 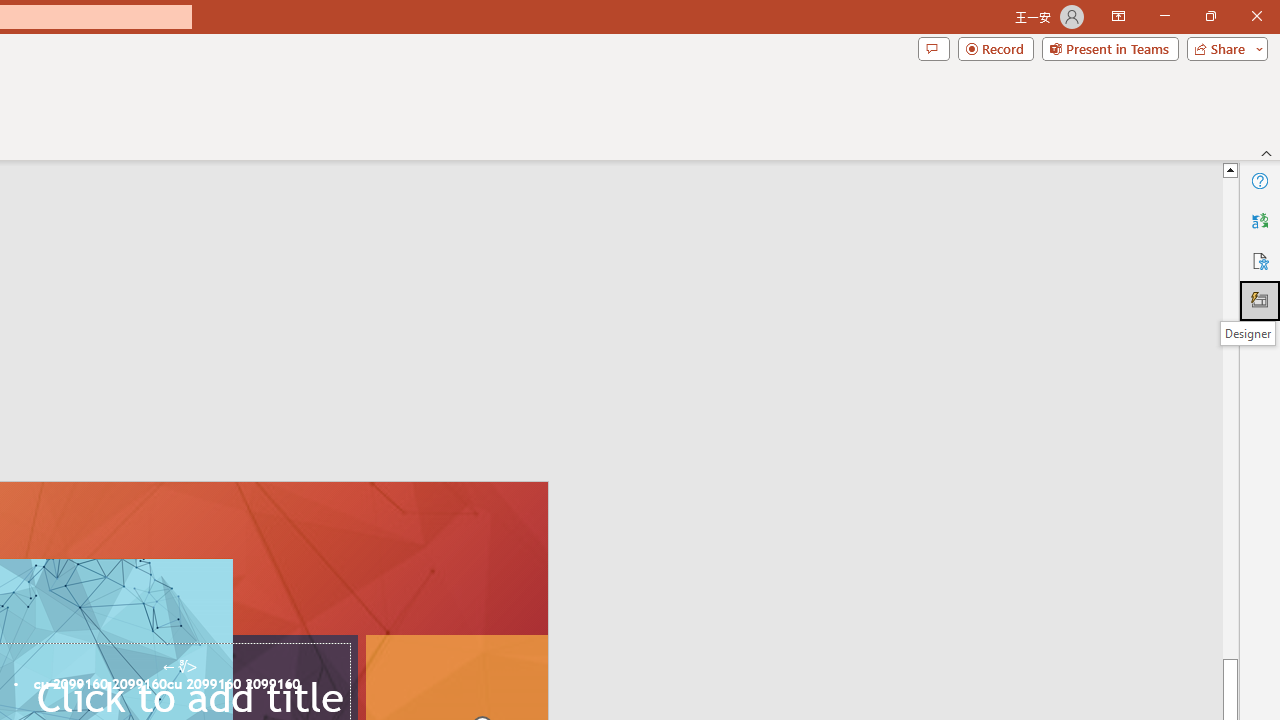 What do you see at coordinates (186, 685) in the screenshot?
I see `'TextBox 61'` at bounding box center [186, 685].